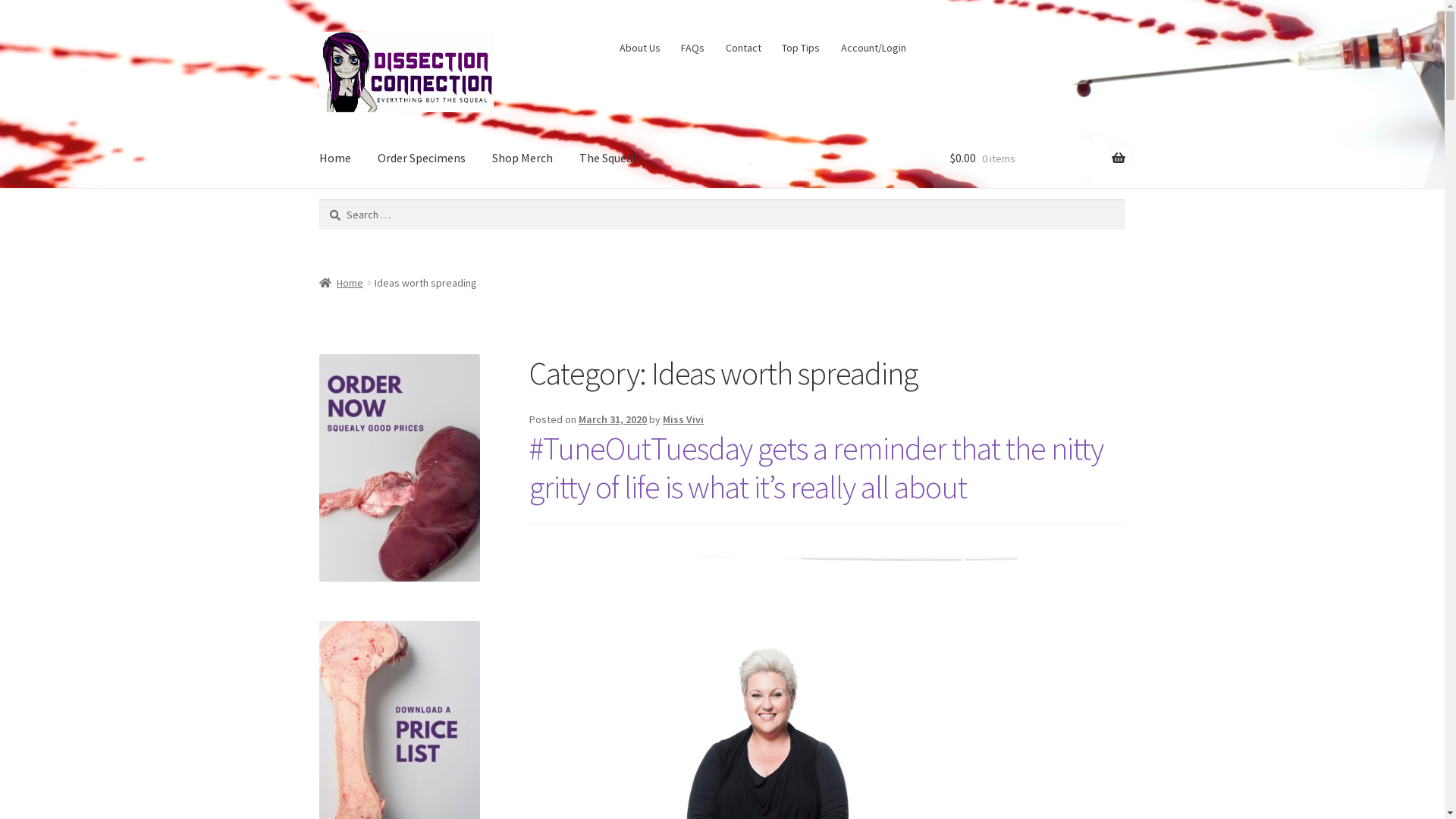  I want to click on 'Contact', so click(742, 46).